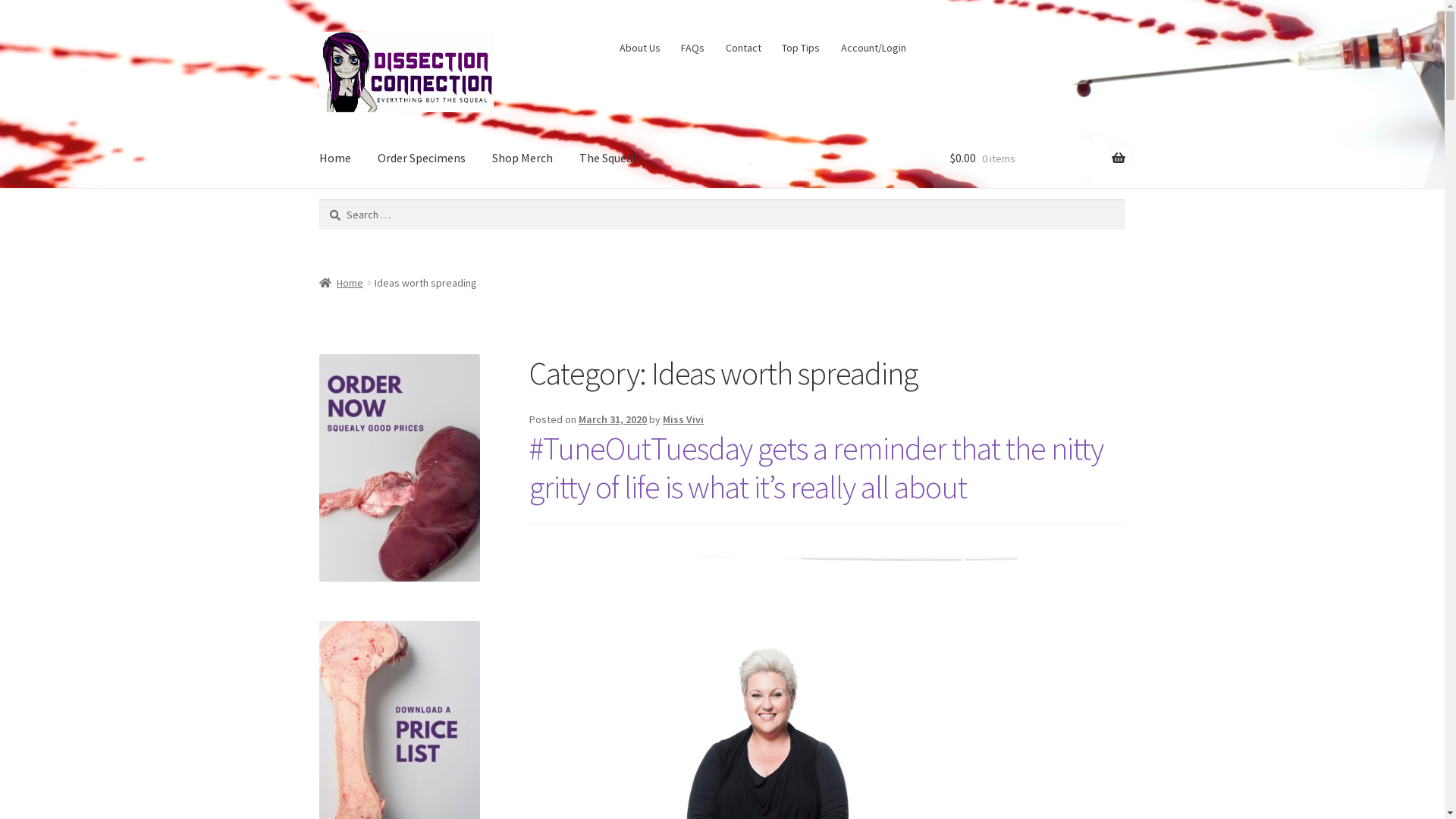  I want to click on 'Contact', so click(742, 46).